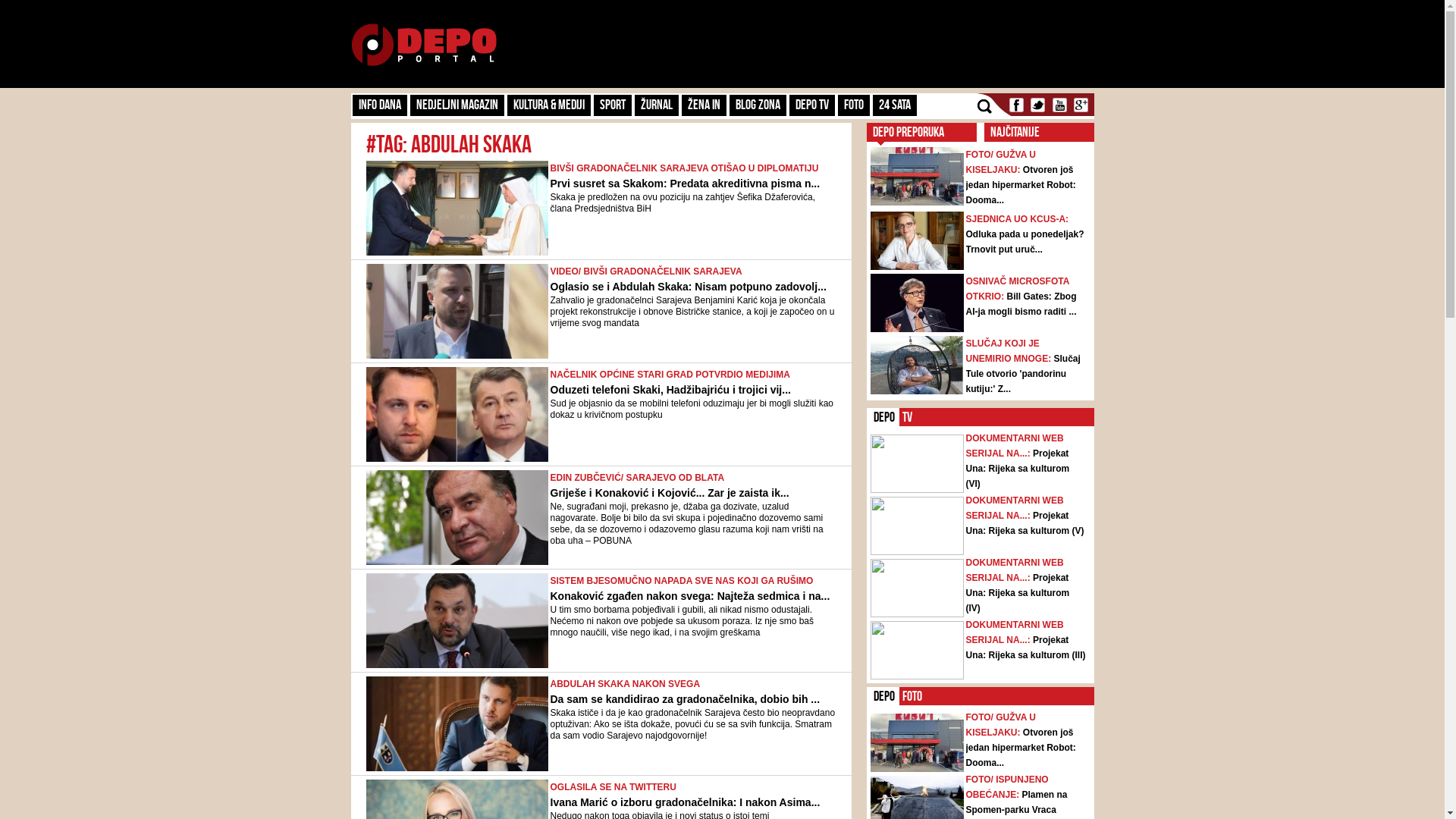  I want to click on 'Projekat Una: Rijeka sa kulturom (V)', so click(1025, 522).